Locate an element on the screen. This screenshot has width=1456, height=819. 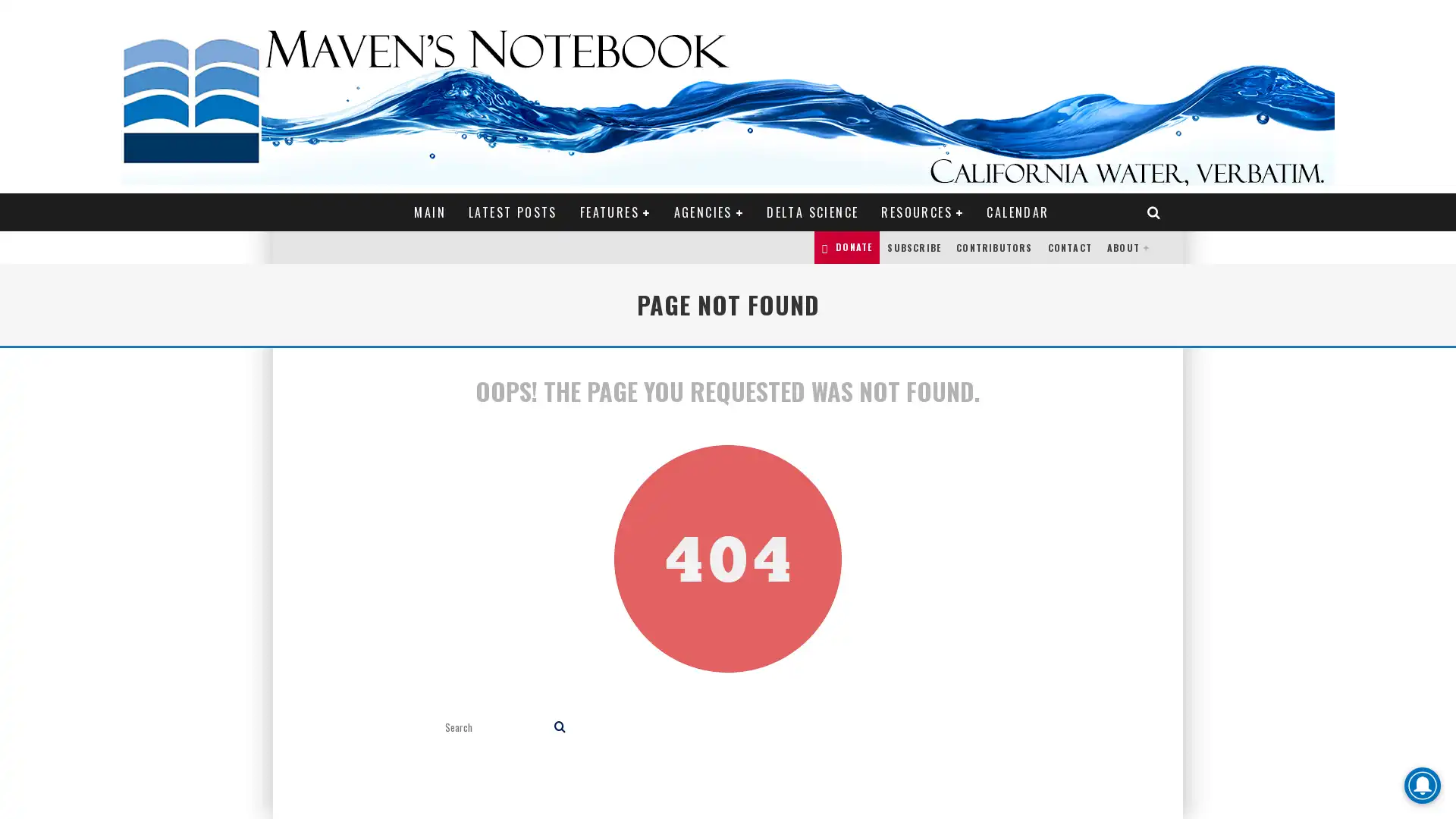
search is located at coordinates (559, 726).